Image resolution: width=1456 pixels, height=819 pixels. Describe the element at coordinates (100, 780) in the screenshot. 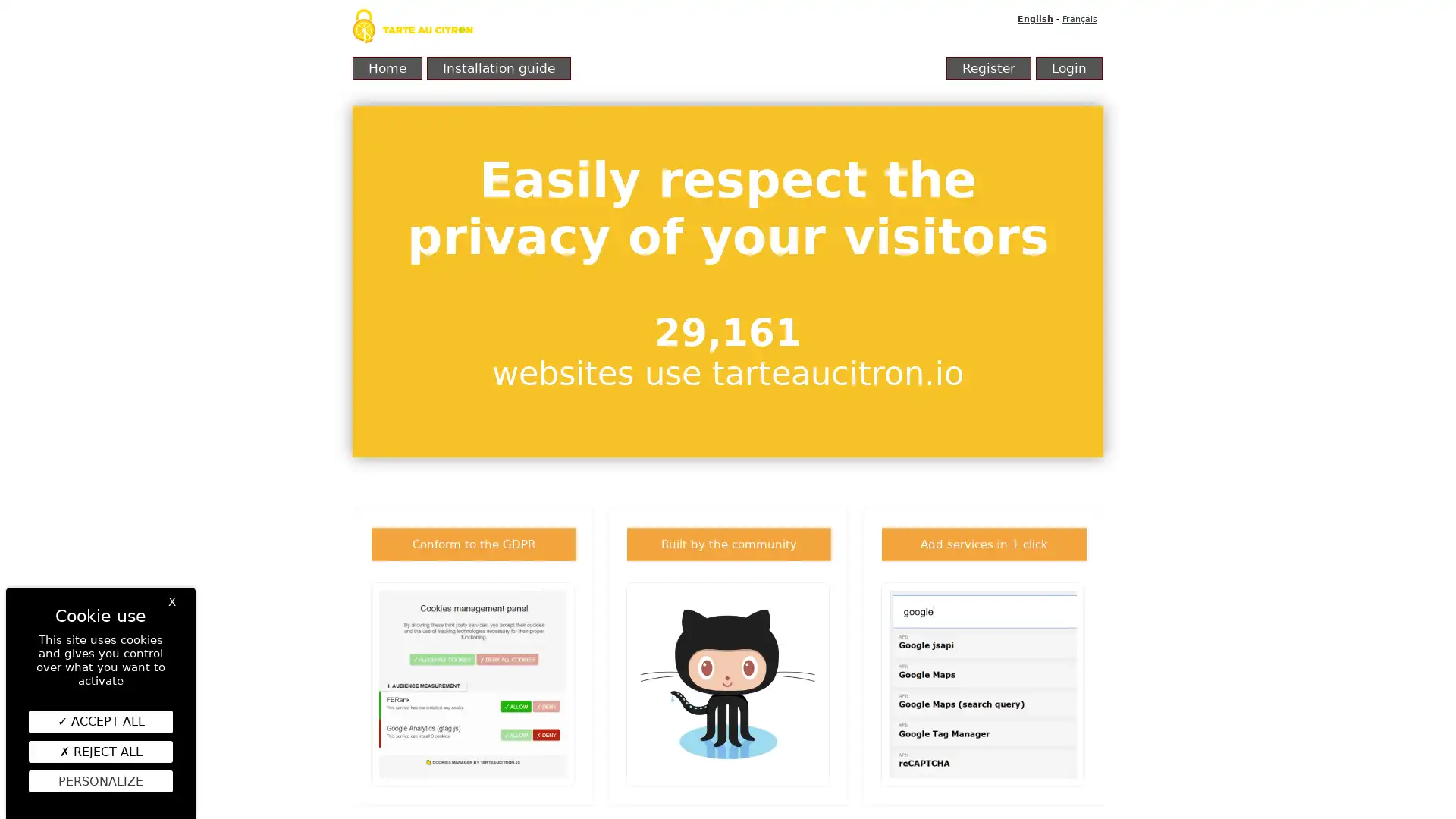

I see `Personalize (modal window)` at that location.